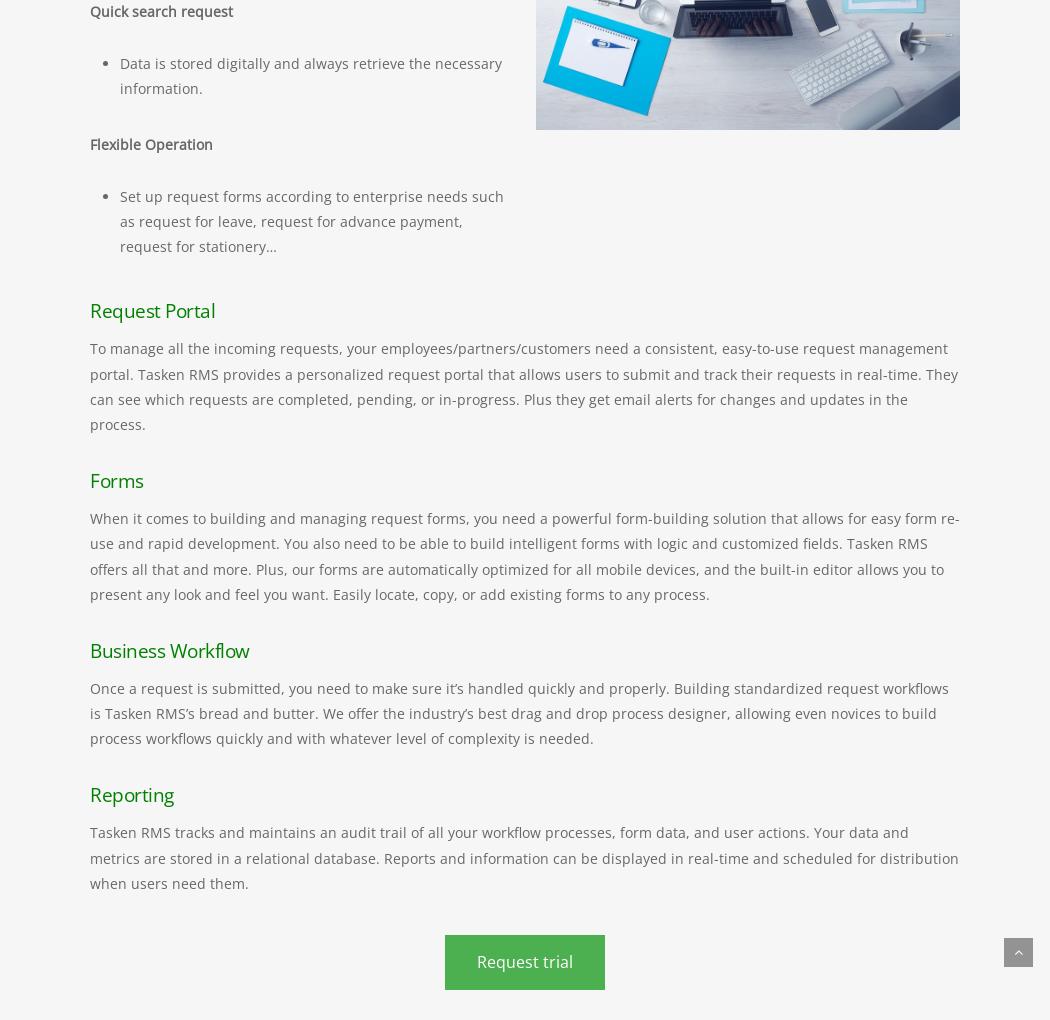 The height and width of the screenshot is (1020, 1050). What do you see at coordinates (89, 10) in the screenshot?
I see `'Quick search request'` at bounding box center [89, 10].